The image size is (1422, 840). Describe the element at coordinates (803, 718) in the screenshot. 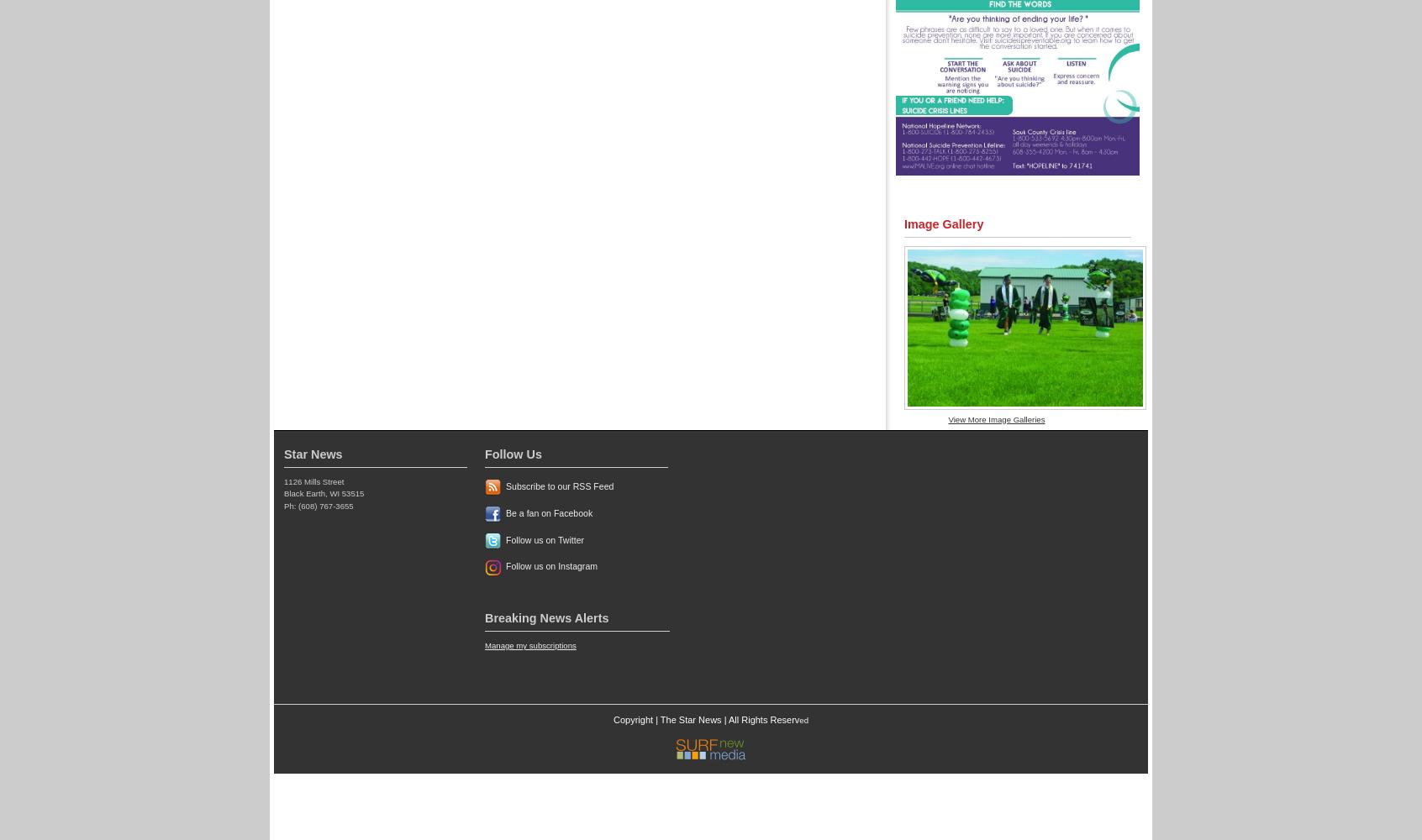

I see `'ed'` at that location.